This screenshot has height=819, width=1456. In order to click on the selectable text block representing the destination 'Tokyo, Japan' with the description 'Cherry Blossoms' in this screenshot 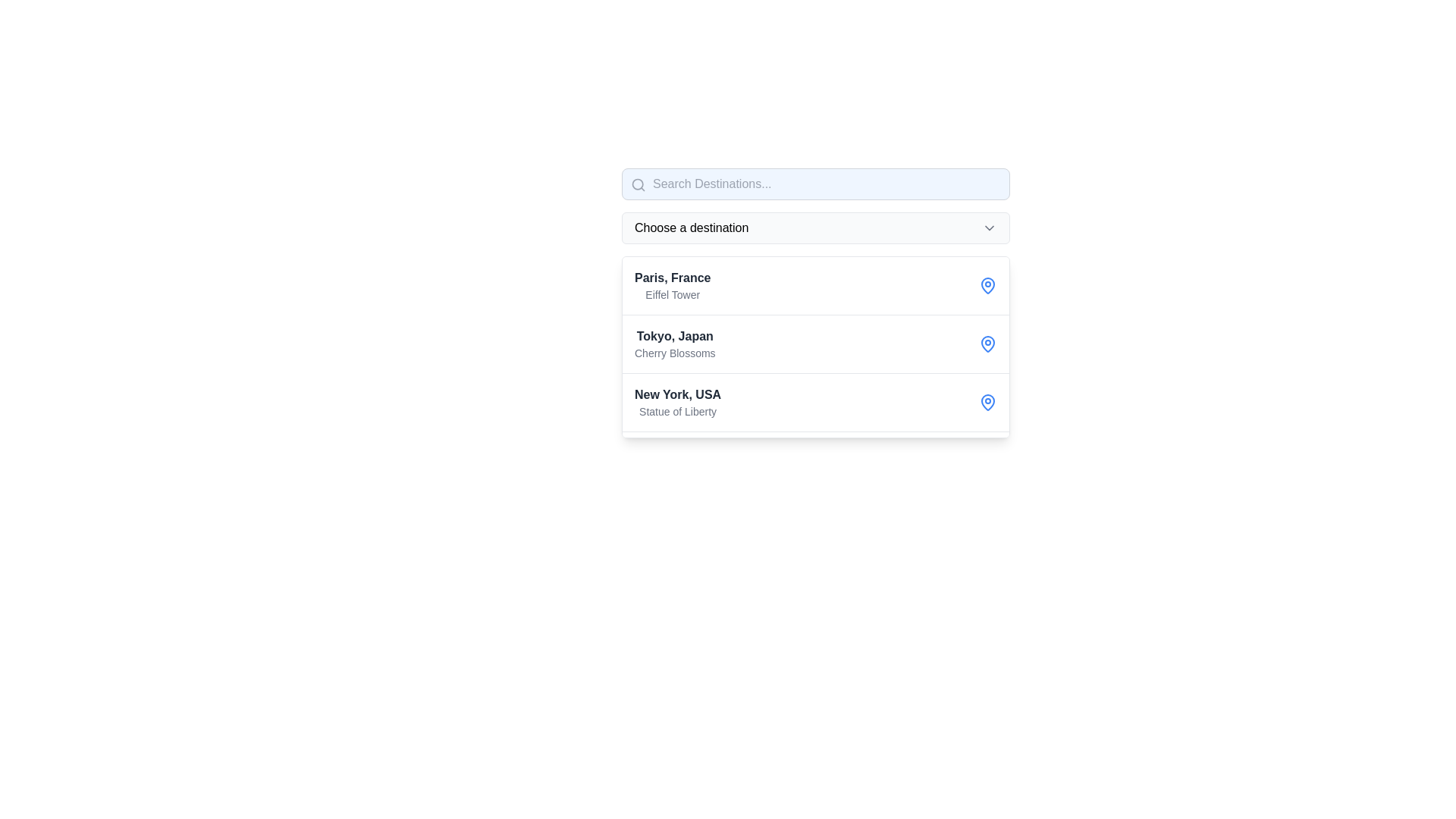, I will do `click(674, 344)`.